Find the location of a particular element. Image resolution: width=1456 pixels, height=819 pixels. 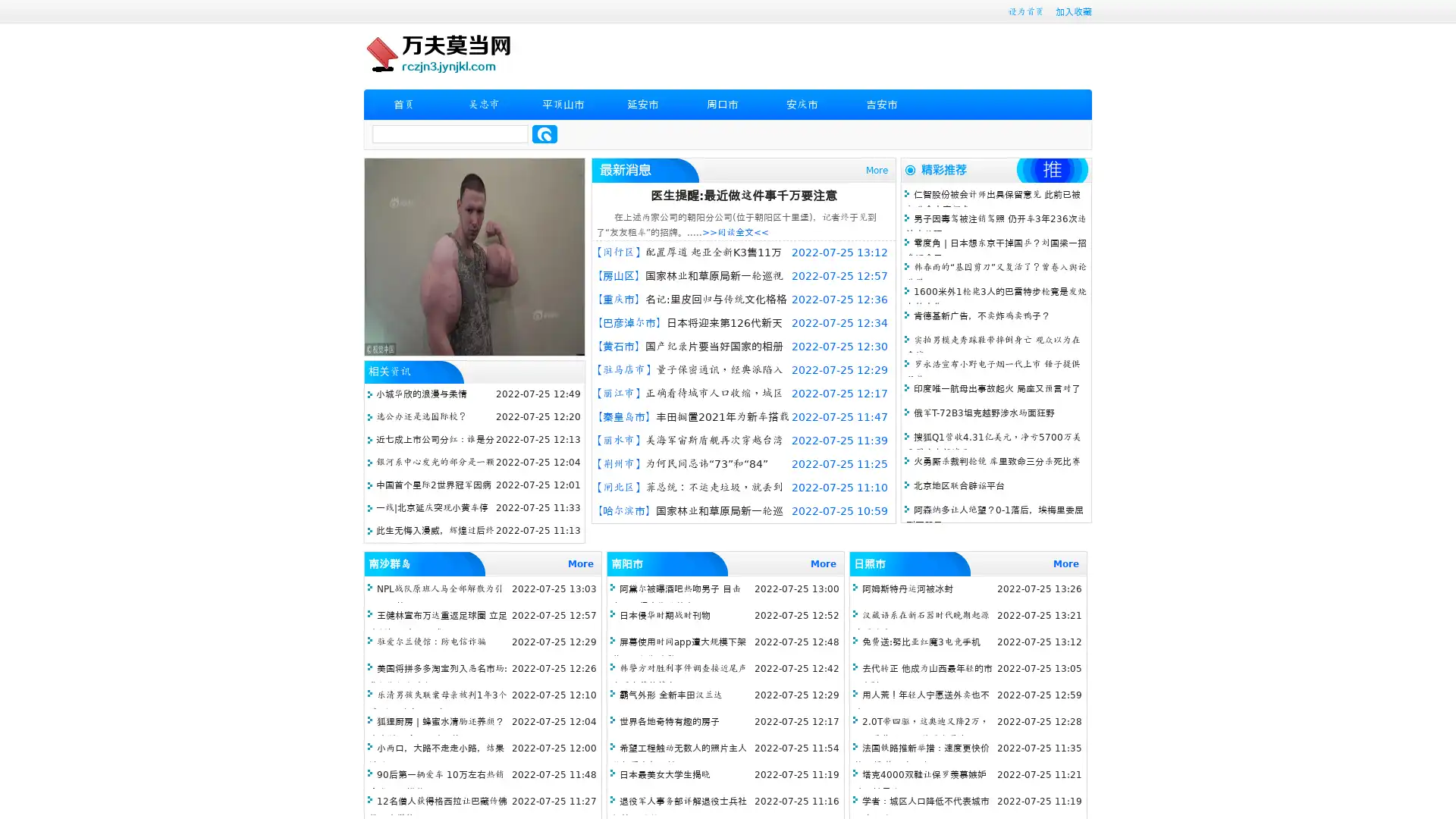

Search is located at coordinates (544, 133).